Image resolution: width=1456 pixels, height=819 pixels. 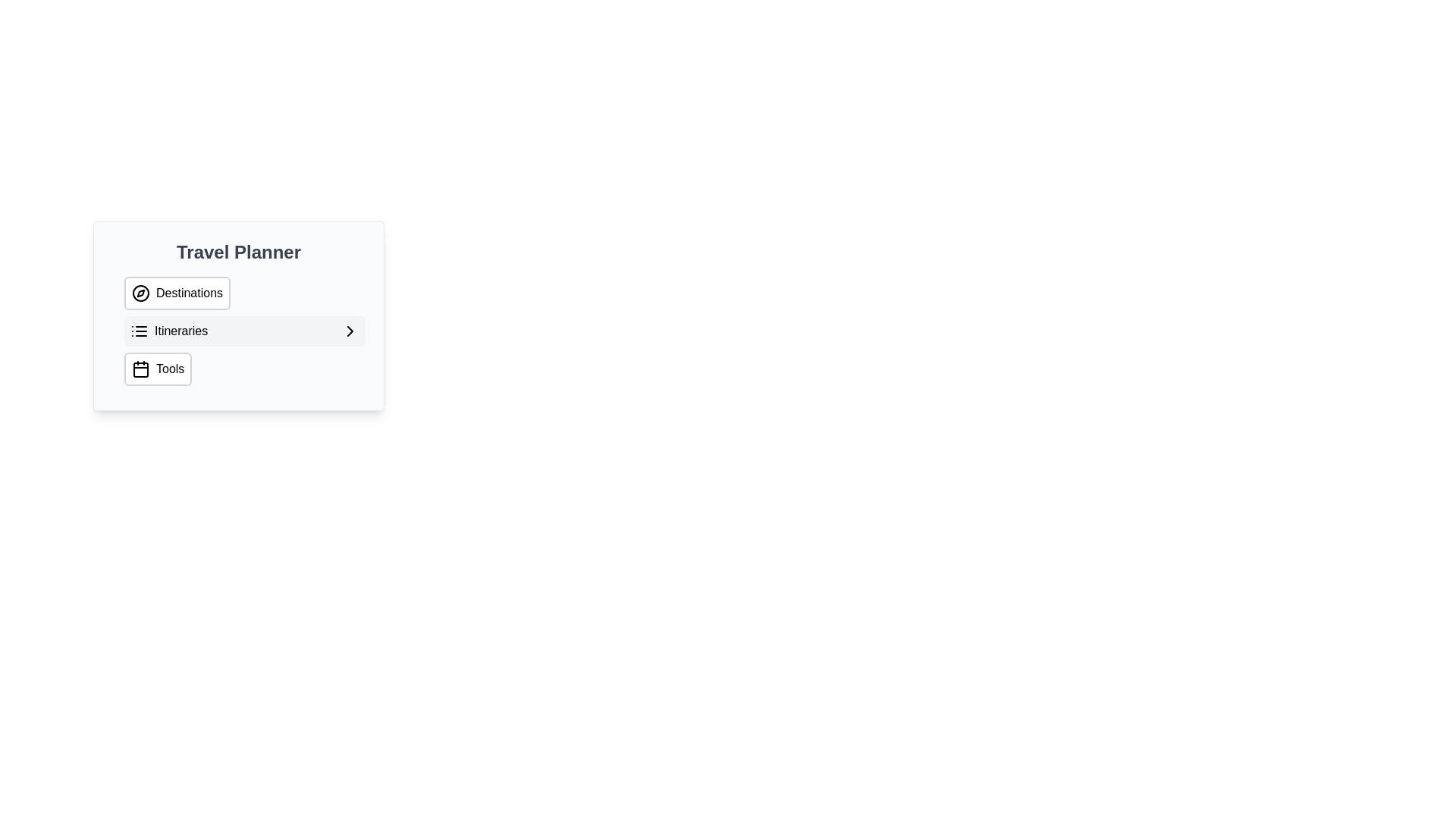 What do you see at coordinates (141, 370) in the screenshot?
I see `the third SVG icon representing tools or calendars, located below the text 'Tools' in the interface` at bounding box center [141, 370].